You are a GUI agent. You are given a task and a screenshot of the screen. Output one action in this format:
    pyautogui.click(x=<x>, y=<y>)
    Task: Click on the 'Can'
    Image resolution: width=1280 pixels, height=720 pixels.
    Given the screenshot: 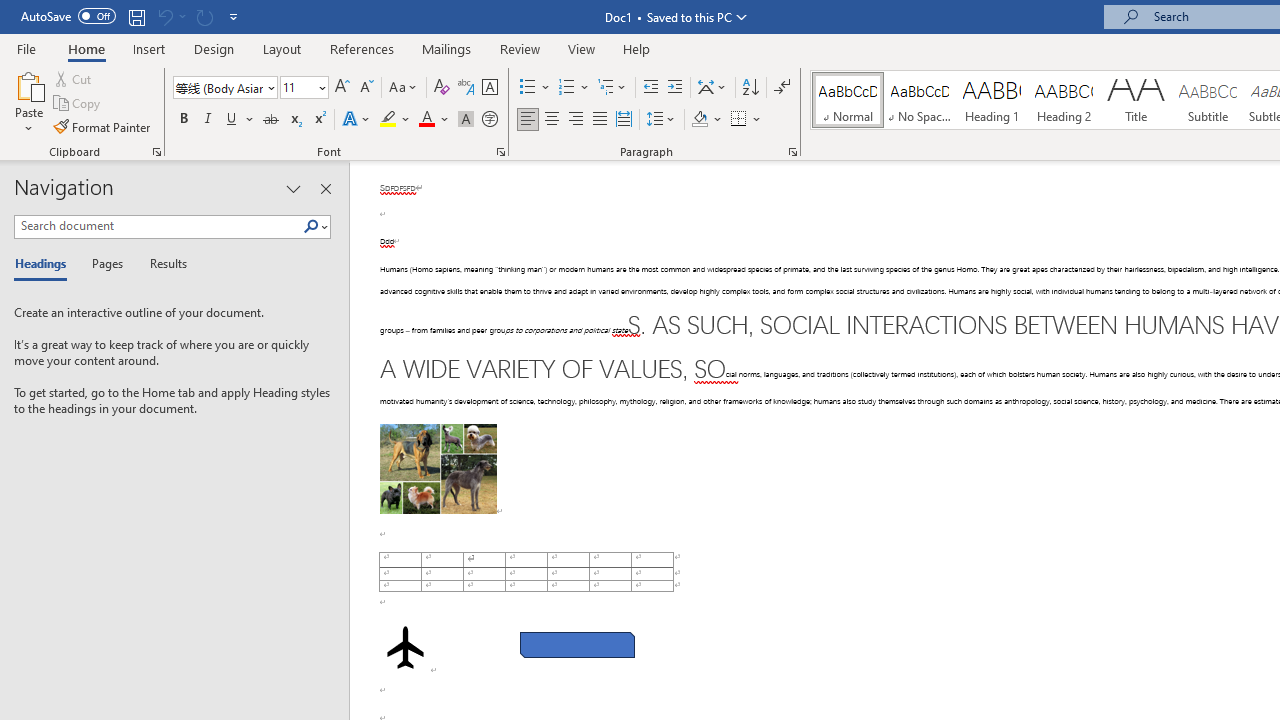 What is the action you would take?
    pyautogui.click(x=164, y=16)
    